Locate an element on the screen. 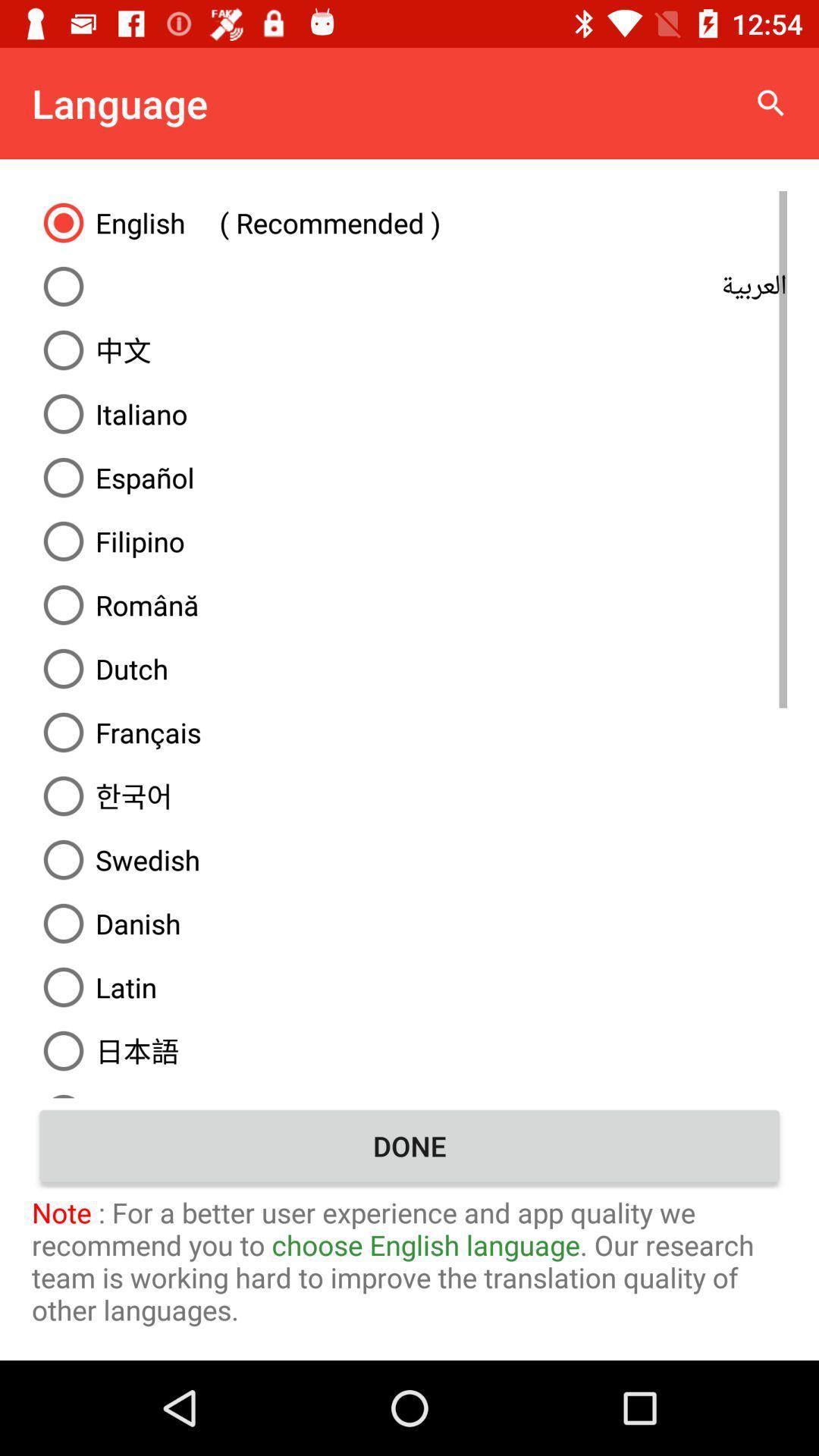 This screenshot has height=1456, width=819. the item to the right of language app is located at coordinates (771, 102).